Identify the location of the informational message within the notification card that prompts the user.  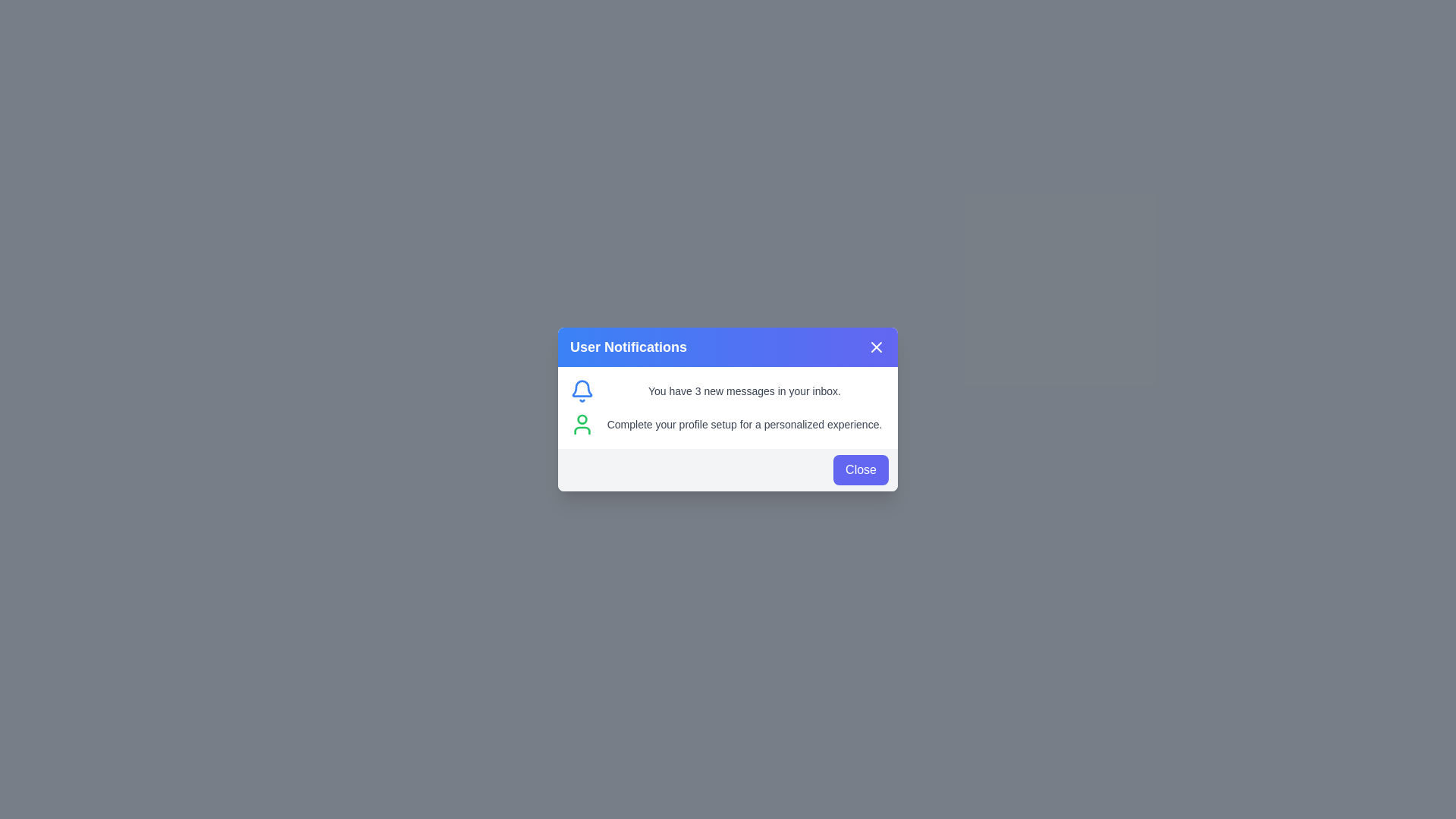
(728, 424).